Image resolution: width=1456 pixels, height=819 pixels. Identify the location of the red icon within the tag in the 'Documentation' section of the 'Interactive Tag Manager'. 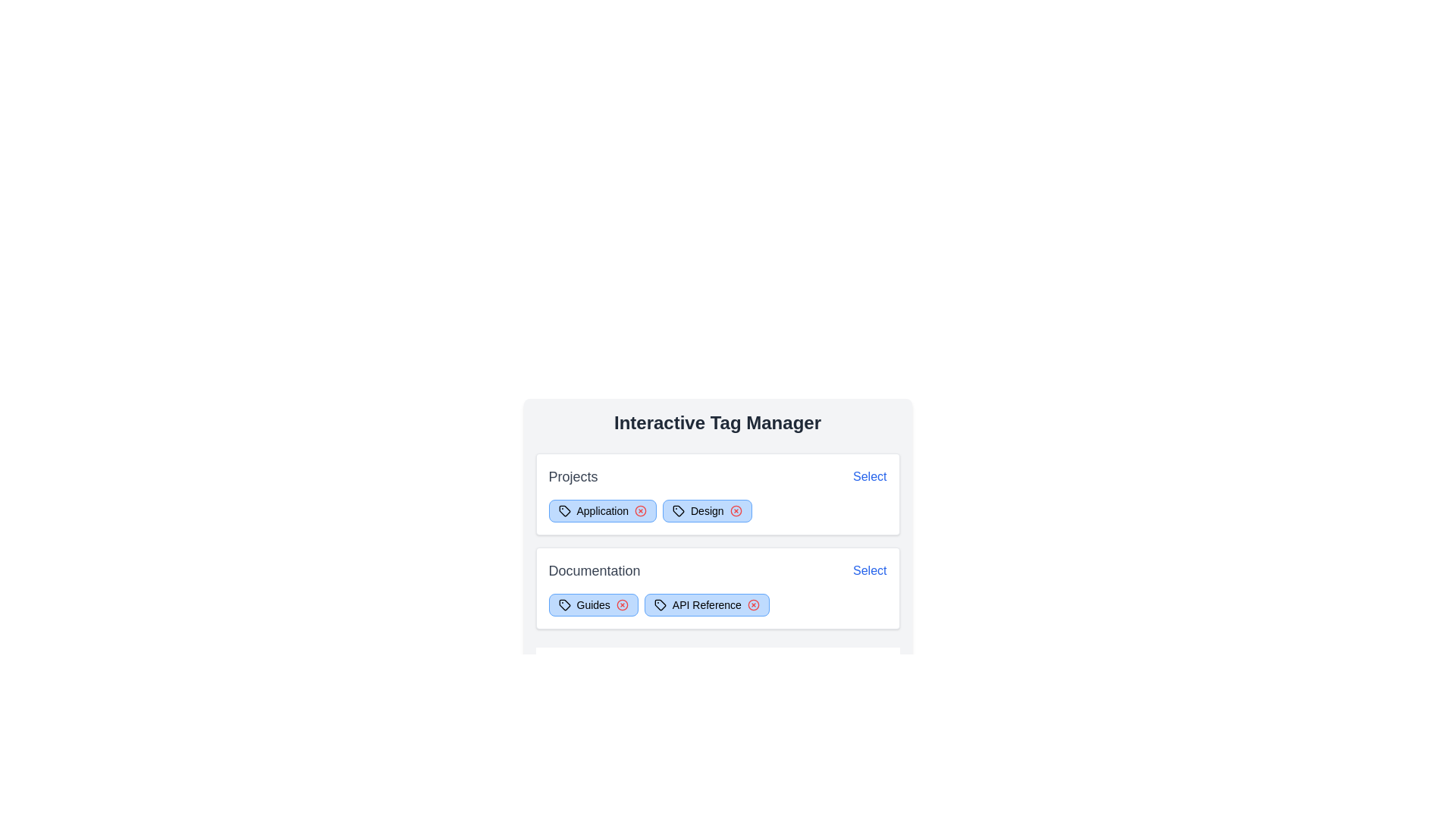
(717, 604).